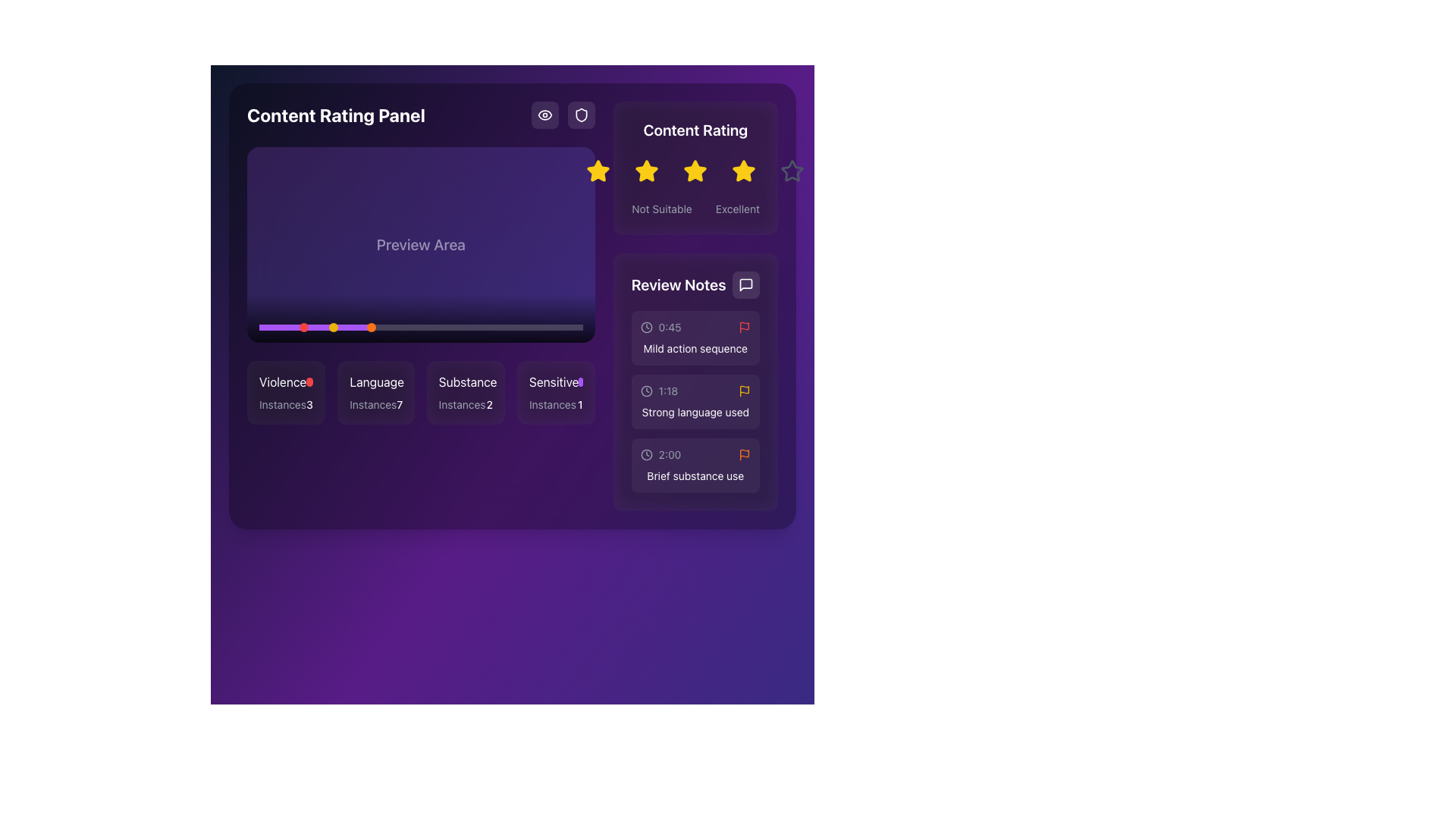 This screenshot has height=819, width=1456. Describe the element at coordinates (695, 348) in the screenshot. I see `the text label displaying 'Mild action sequence' in the 'Review Notes' section, located between the time indicator '0:45' and the flag icon` at that location.